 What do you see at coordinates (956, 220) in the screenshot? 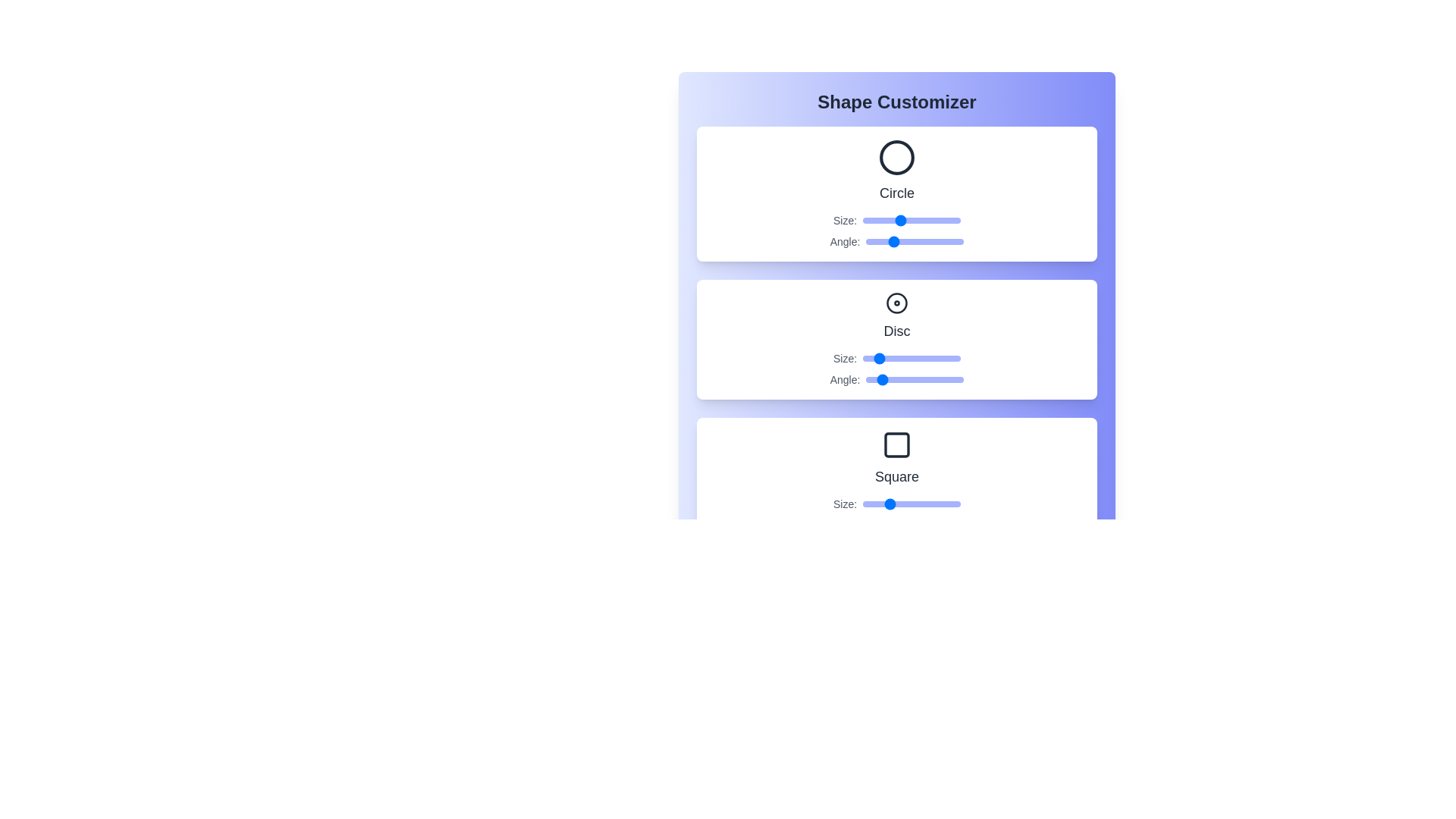
I see `the Circle size slider to 97` at bounding box center [956, 220].